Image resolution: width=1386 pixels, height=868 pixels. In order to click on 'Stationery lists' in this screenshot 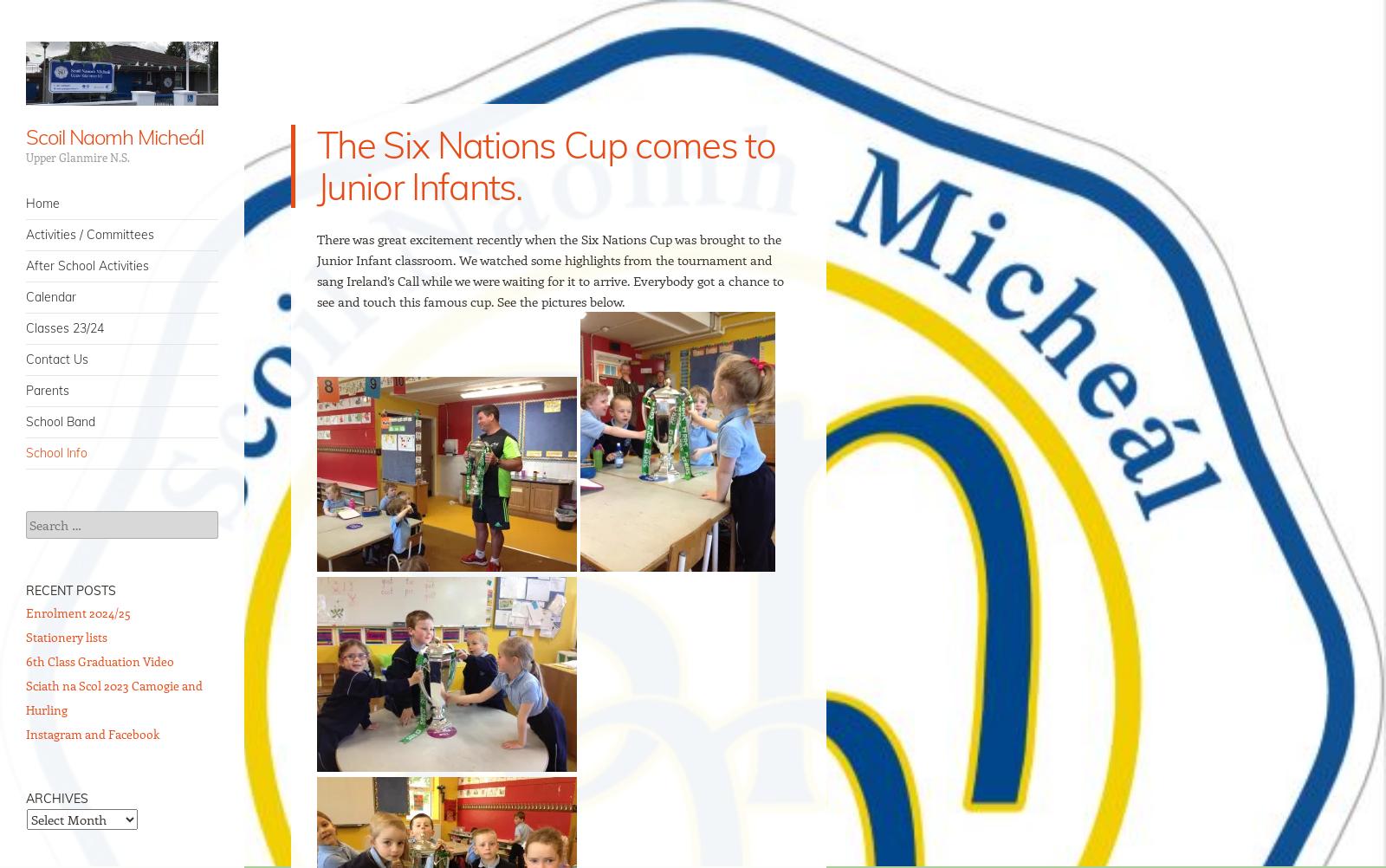, I will do `click(65, 637)`.